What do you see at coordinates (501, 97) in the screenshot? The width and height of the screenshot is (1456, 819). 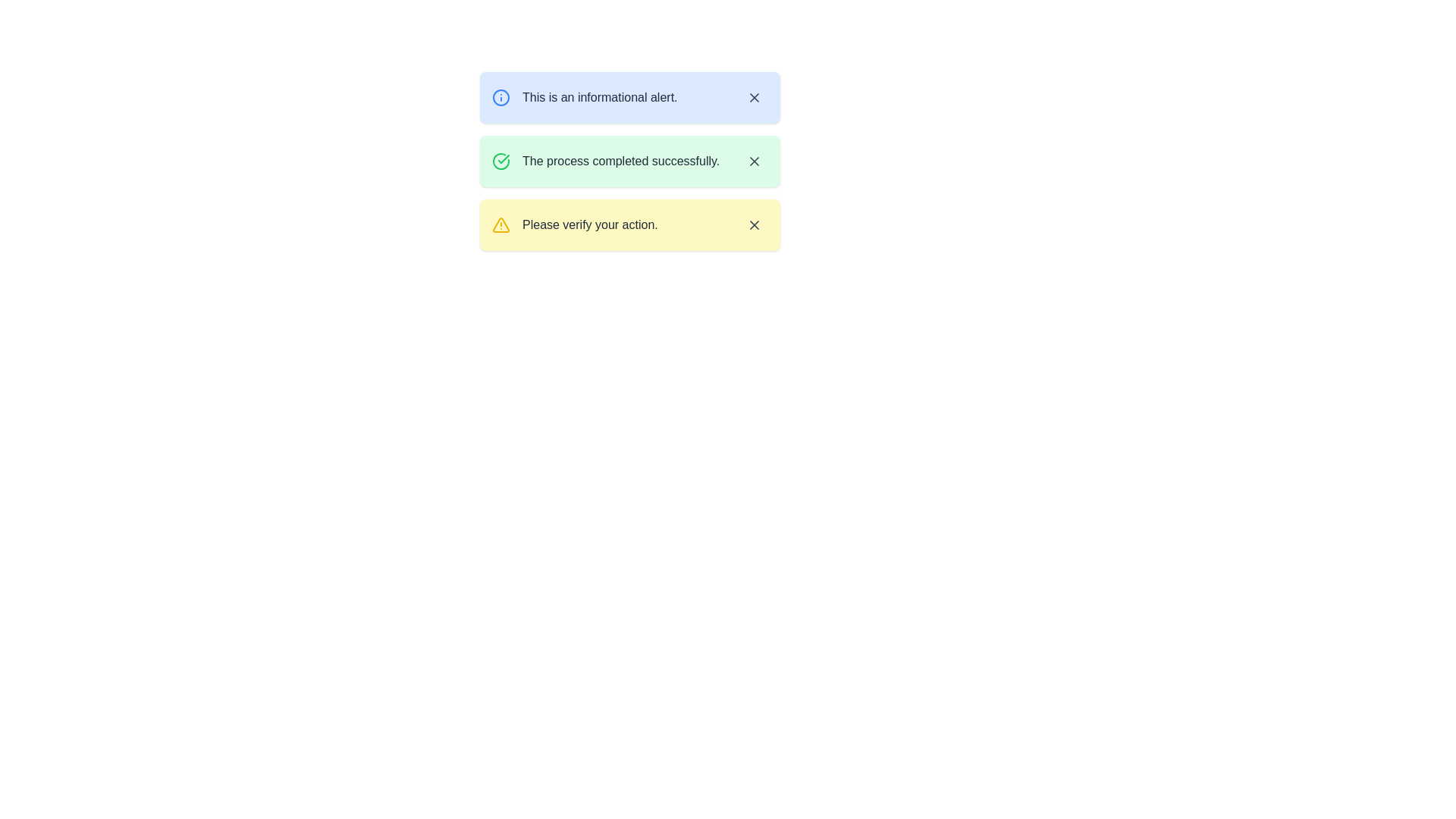 I see `the blue circled 'i' SVG icon located on the left side of the informational alert box, which precedes the text 'This is an informational alert.'` at bounding box center [501, 97].